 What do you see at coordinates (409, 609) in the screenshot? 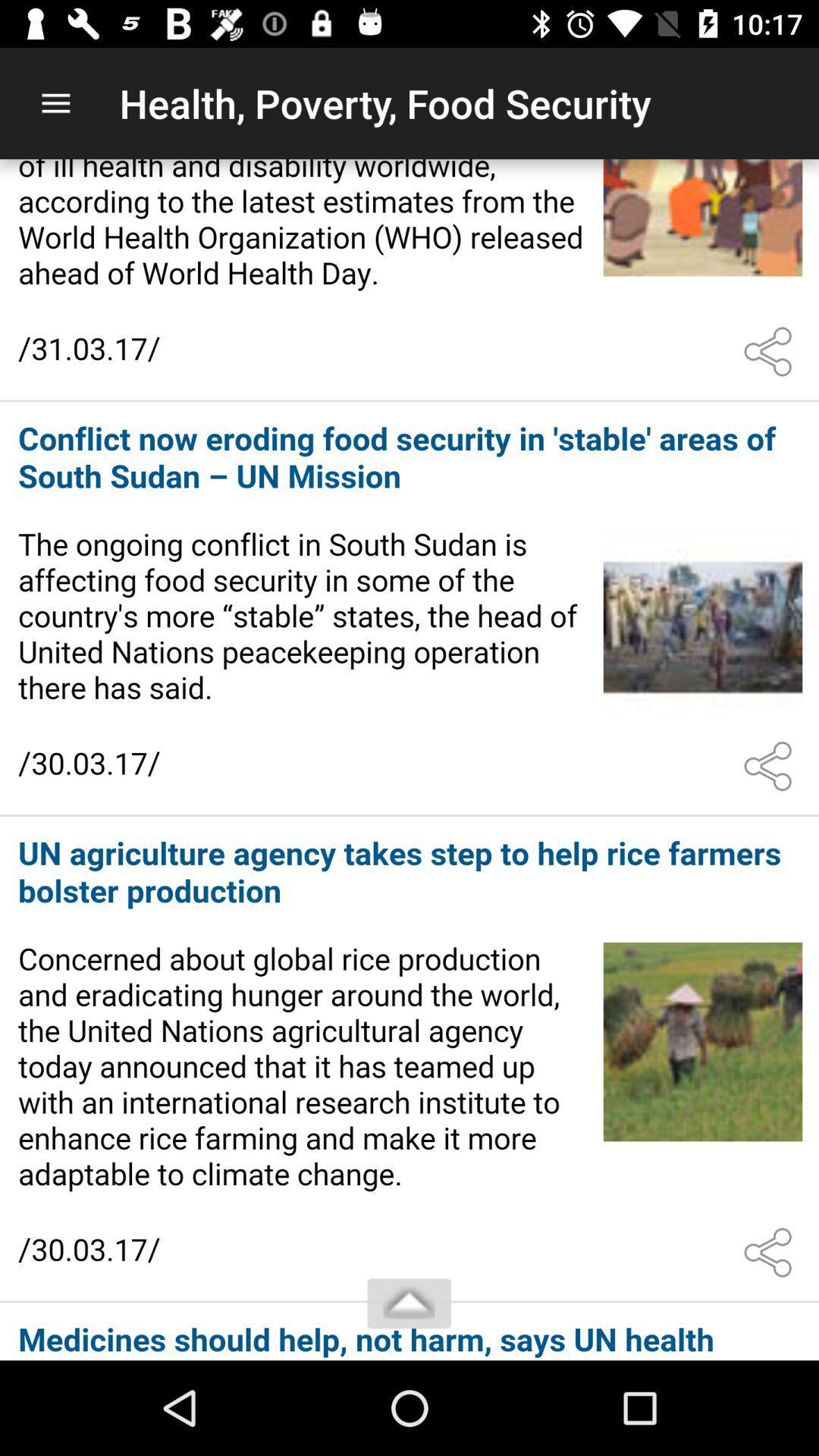
I see `open article` at bounding box center [409, 609].